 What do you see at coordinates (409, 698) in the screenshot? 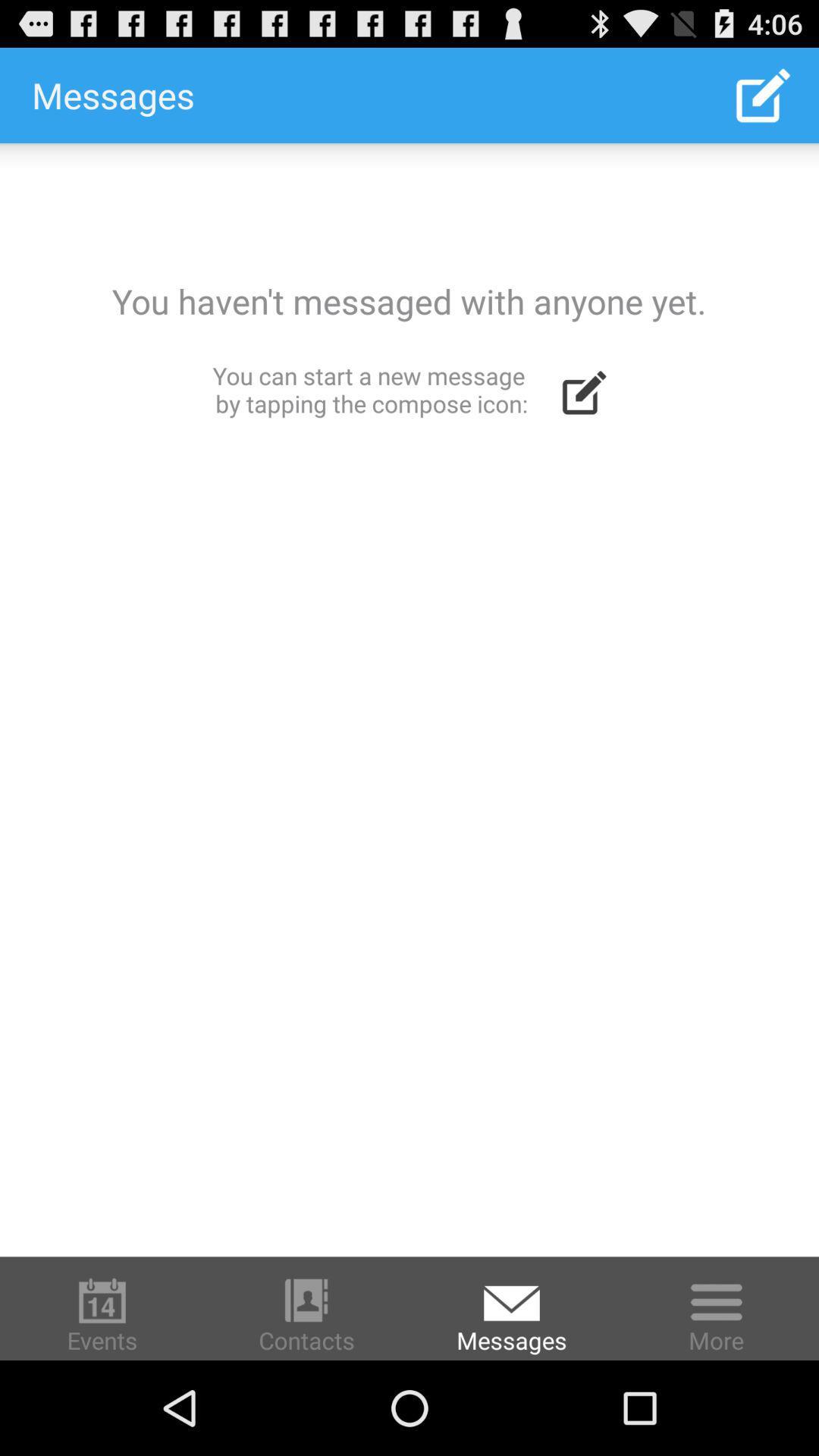
I see `write message` at bounding box center [409, 698].